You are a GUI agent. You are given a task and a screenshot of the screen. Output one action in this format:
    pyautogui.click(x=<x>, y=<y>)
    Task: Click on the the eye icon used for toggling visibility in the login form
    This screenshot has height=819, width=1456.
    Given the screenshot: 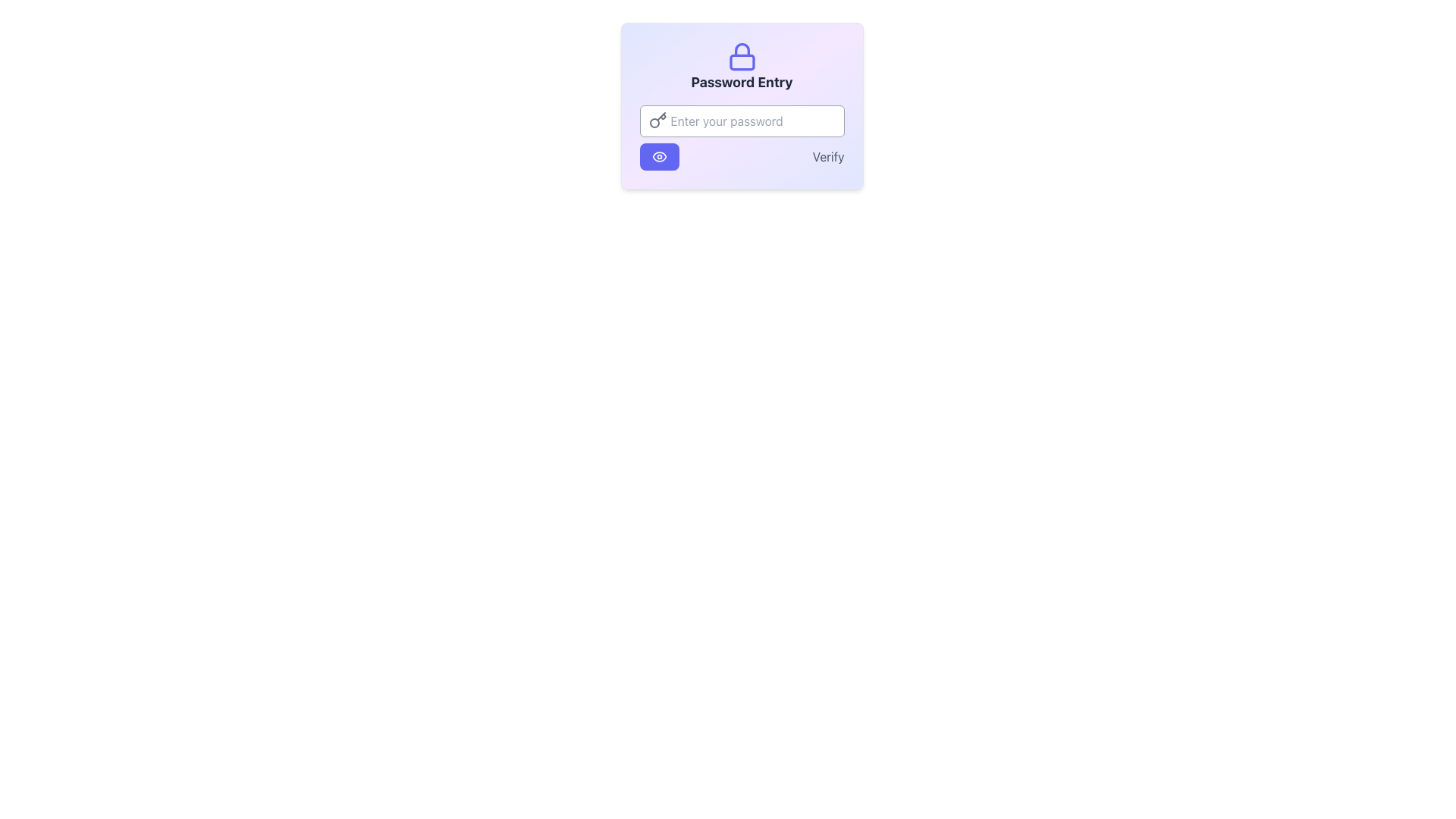 What is the action you would take?
    pyautogui.click(x=659, y=157)
    